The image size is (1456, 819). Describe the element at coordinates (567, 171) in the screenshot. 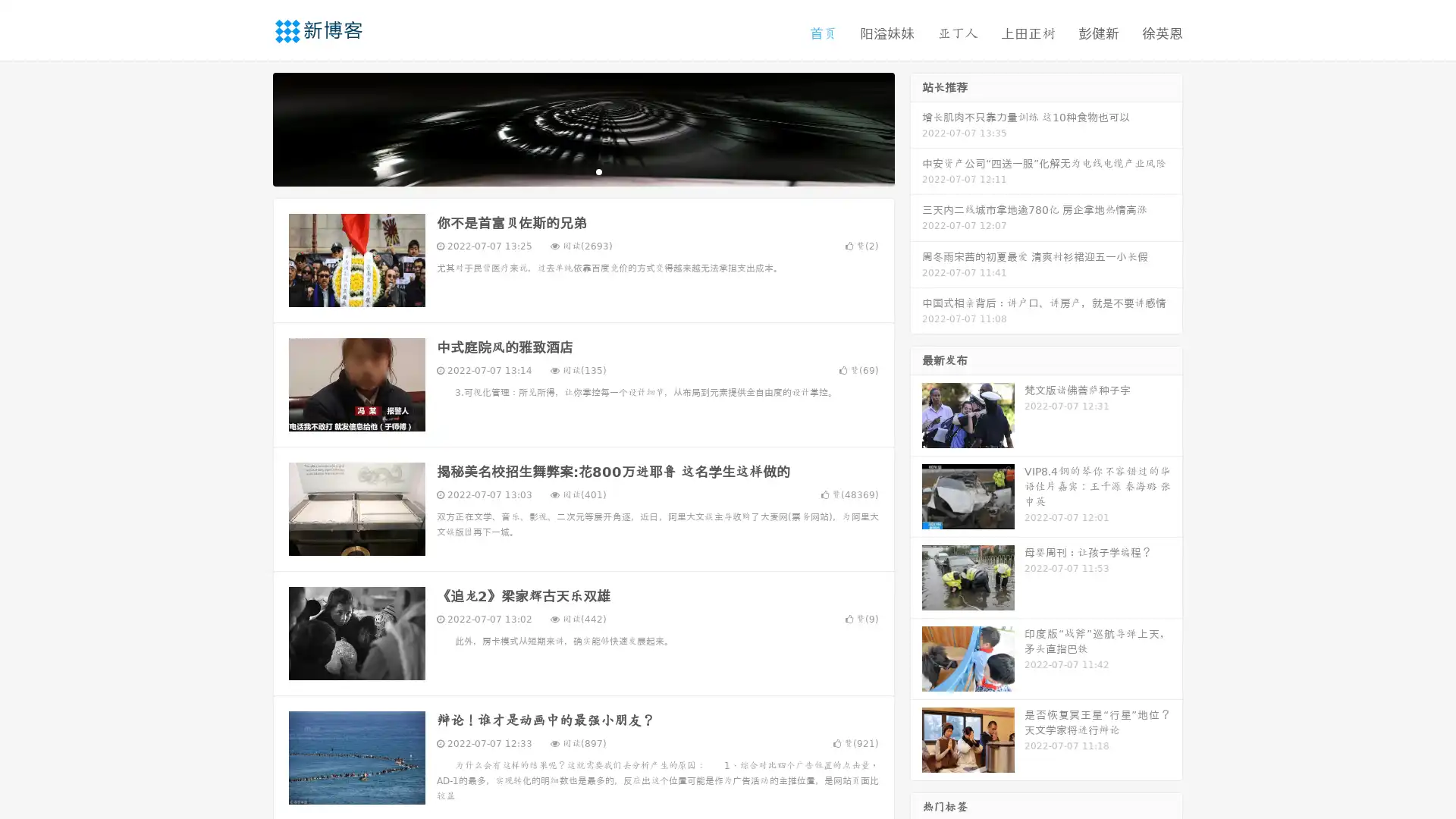

I see `Go to slide 1` at that location.